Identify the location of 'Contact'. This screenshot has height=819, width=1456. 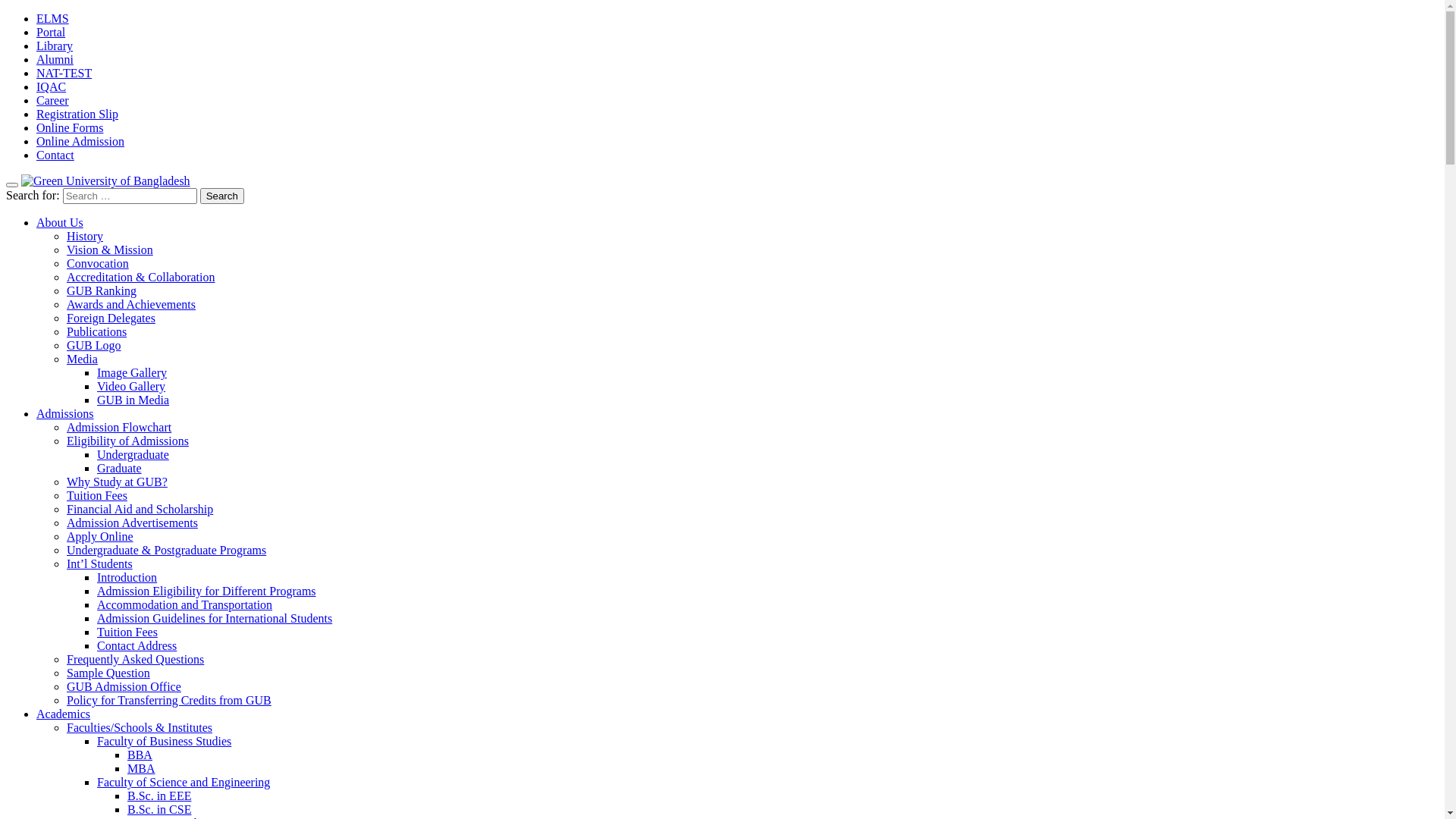
(55, 155).